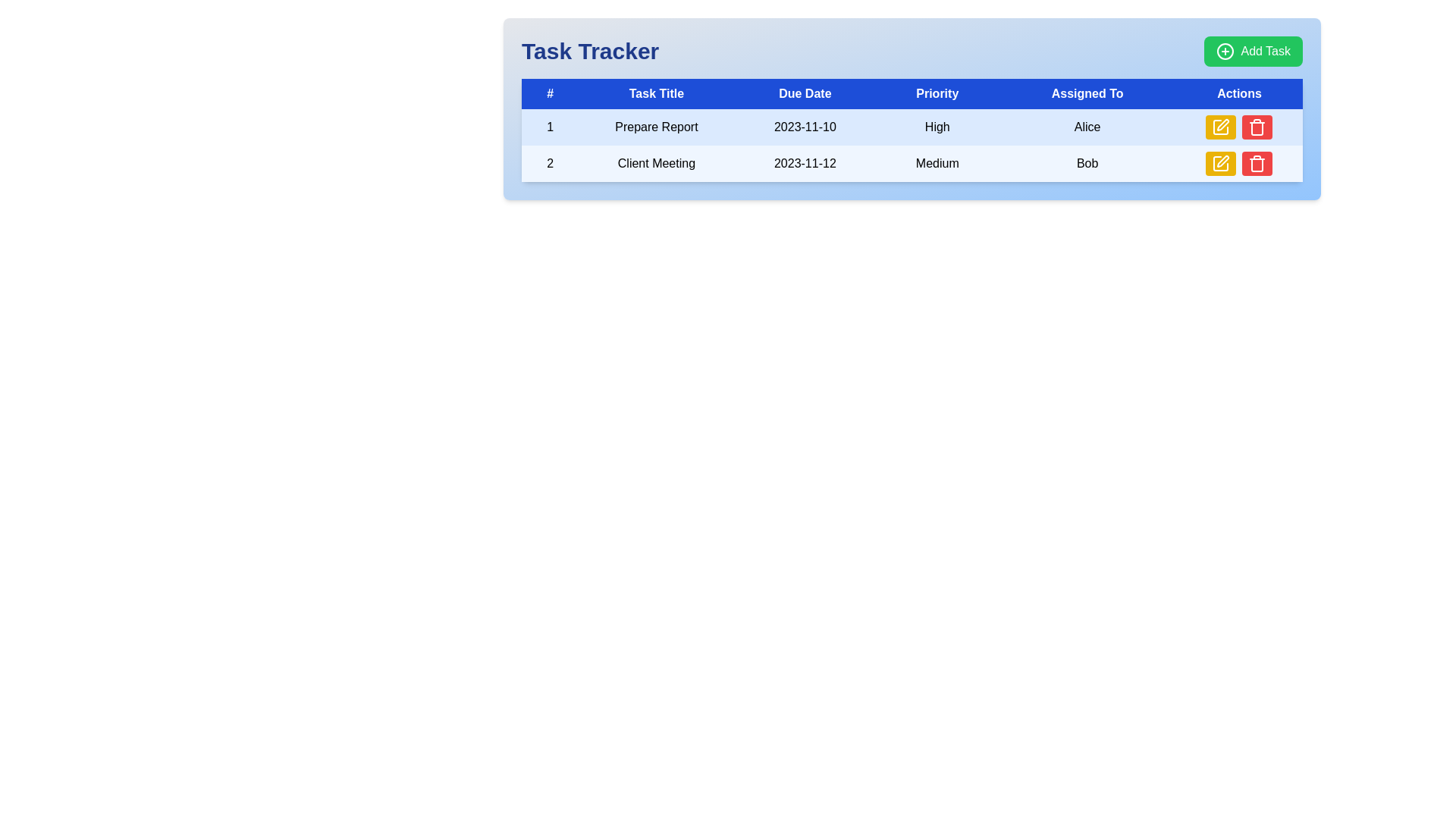 The height and width of the screenshot is (819, 1456). I want to click on the edit button with a pen-shaped icon on a yellow background, so click(1223, 161).